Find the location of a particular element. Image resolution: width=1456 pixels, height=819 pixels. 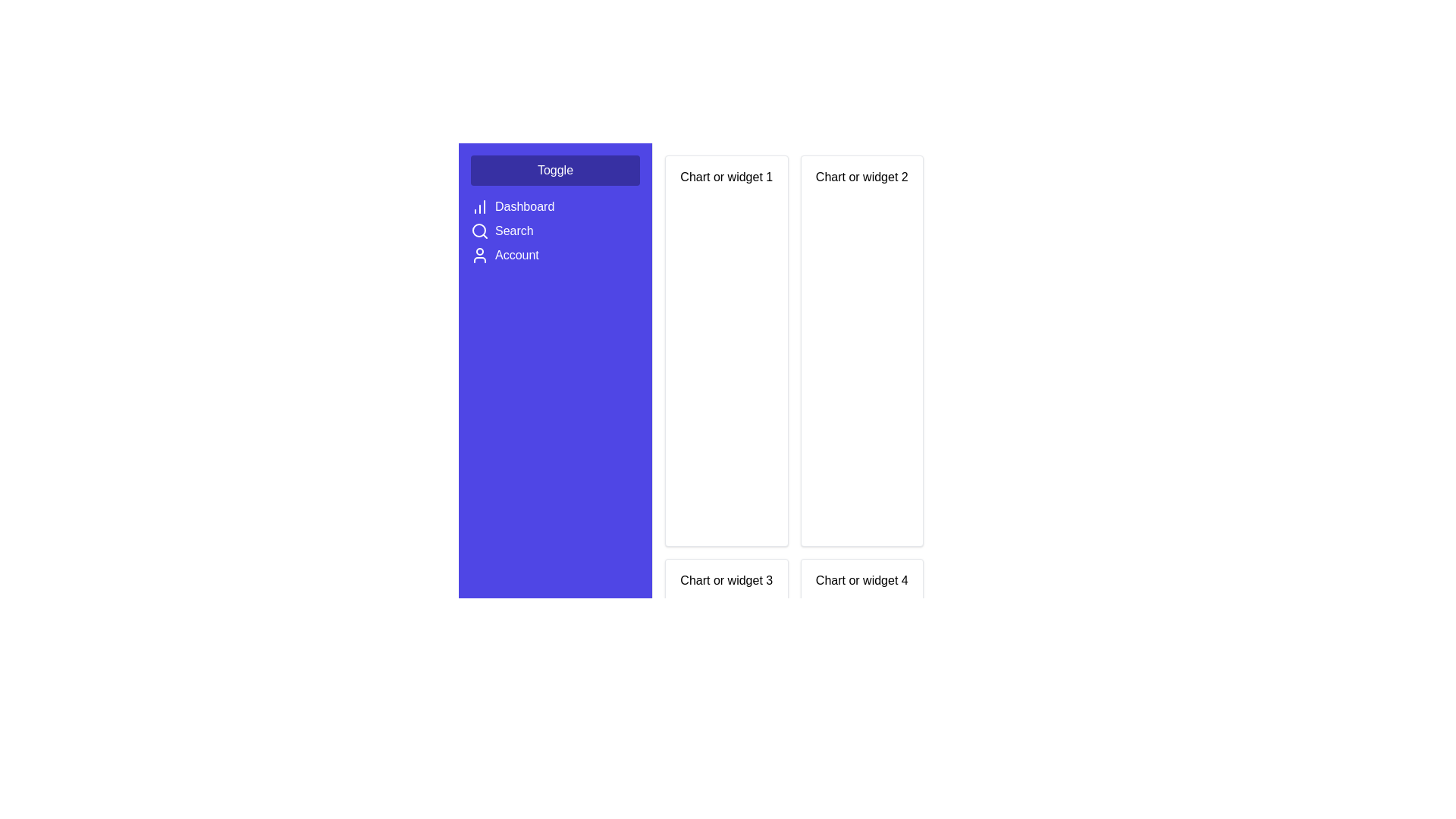

the user profile icon located to the left of the 'Account' text is located at coordinates (479, 254).